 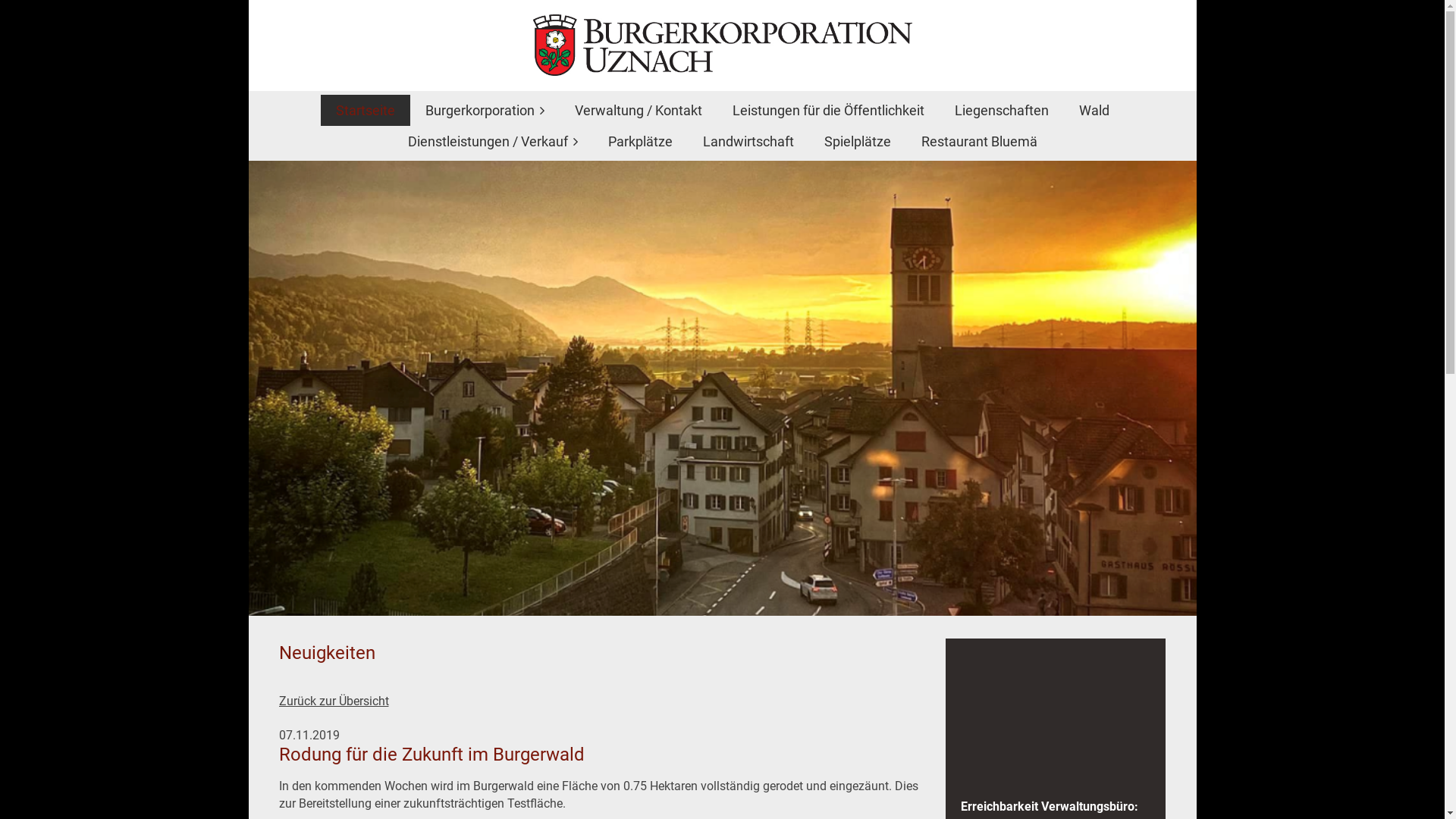 I want to click on 'Liegenschaften', so click(x=1001, y=109).